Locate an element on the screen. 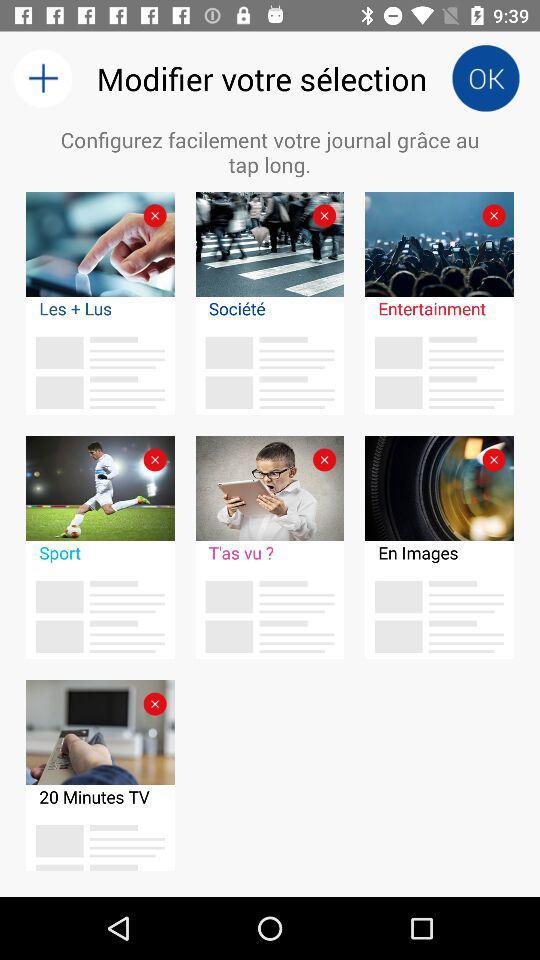 The height and width of the screenshot is (960, 540). the add icon is located at coordinates (42, 78).